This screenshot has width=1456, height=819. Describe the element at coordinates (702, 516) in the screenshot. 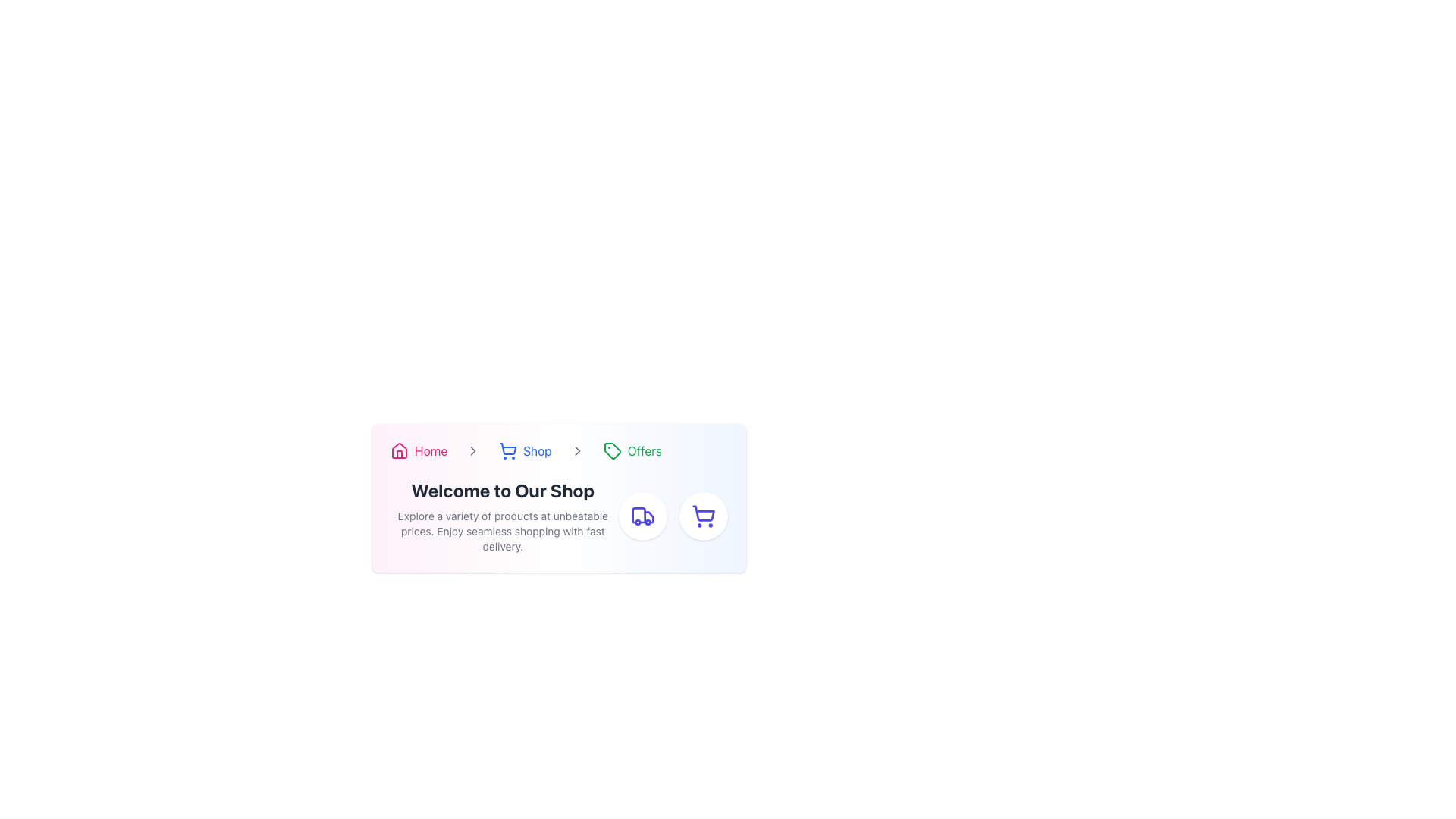

I see `the circular button with a white background and shopping cart icon` at that location.